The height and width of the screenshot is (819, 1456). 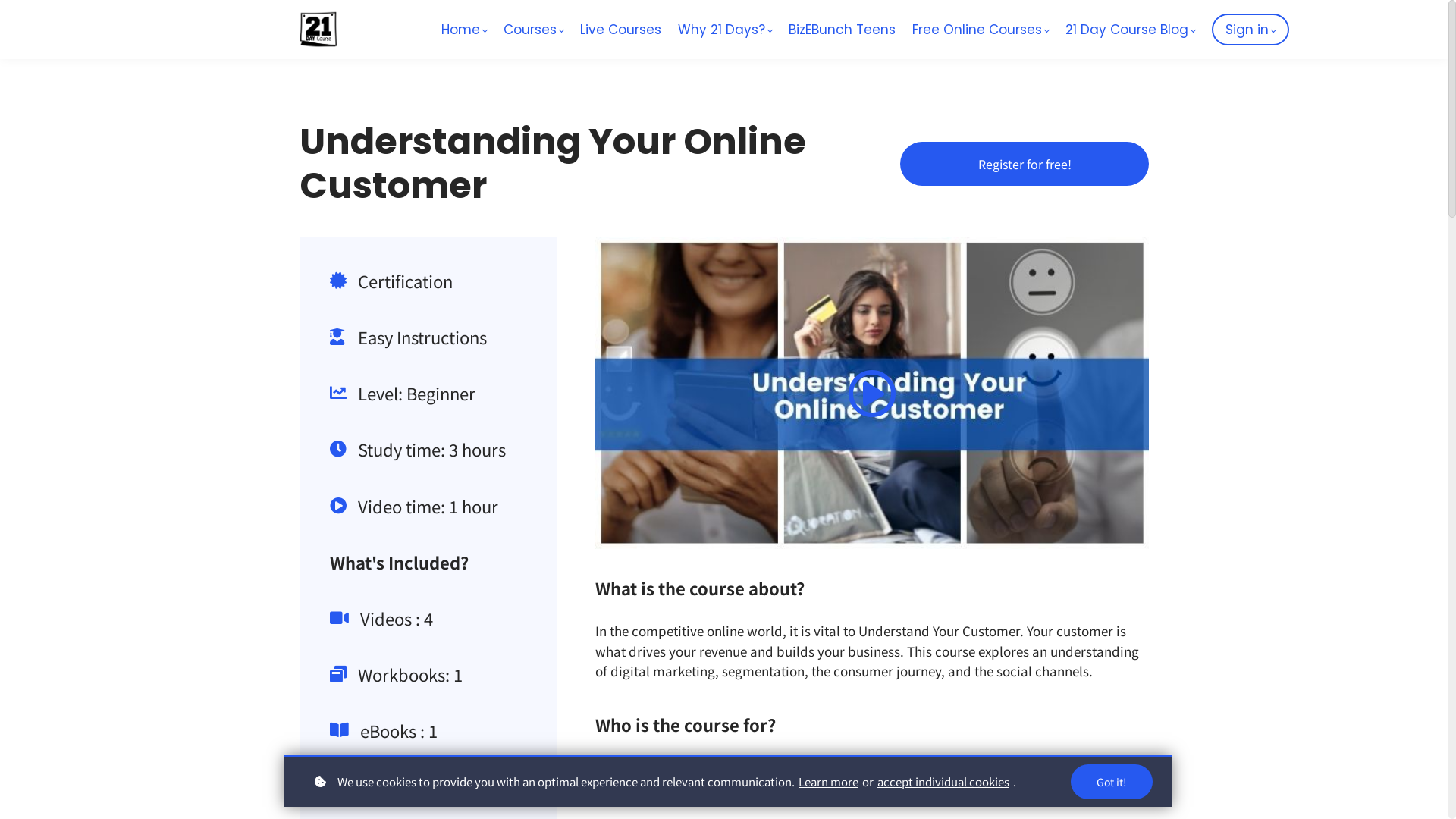 What do you see at coordinates (1211, 29) in the screenshot?
I see `'Sign in'` at bounding box center [1211, 29].